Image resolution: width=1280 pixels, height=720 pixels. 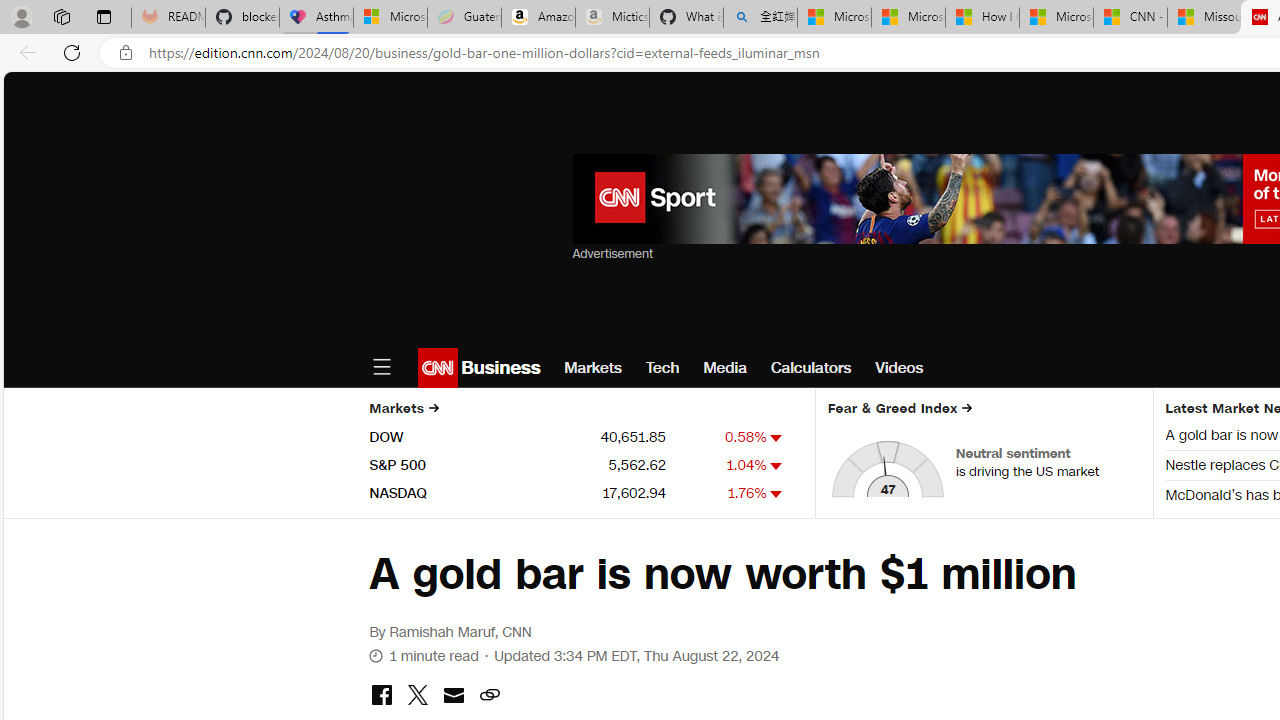 What do you see at coordinates (452, 694) in the screenshot?
I see `'Class: icon-social-email-fill'` at bounding box center [452, 694].